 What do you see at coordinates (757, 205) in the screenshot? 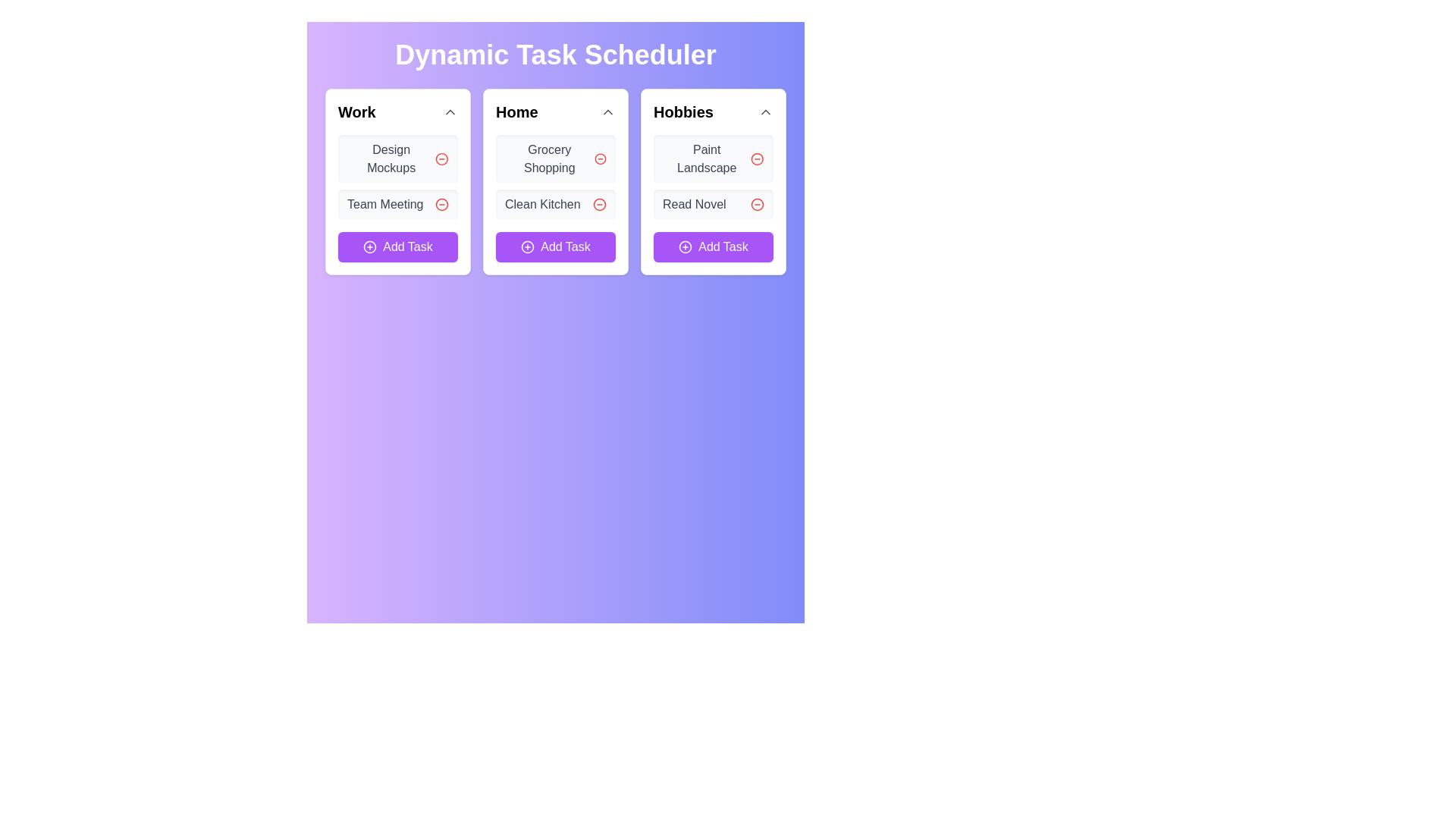
I see `the circular minus icon with a red stroke that indicates a removal action, located to the right of 'Read Novel' in the Hobbies section` at bounding box center [757, 205].